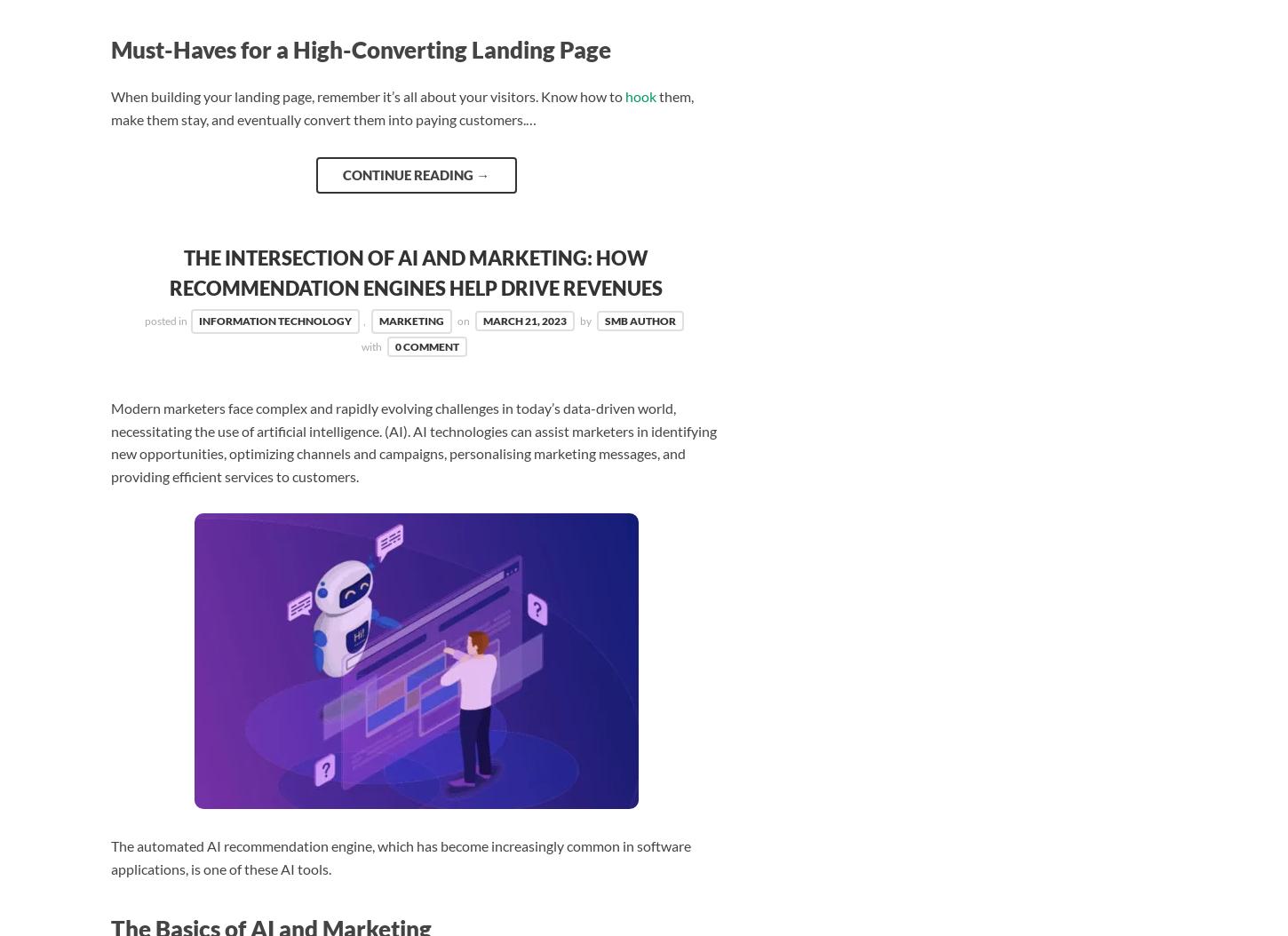 Image resolution: width=1288 pixels, height=936 pixels. I want to click on 'March 21, 2023', so click(525, 321).